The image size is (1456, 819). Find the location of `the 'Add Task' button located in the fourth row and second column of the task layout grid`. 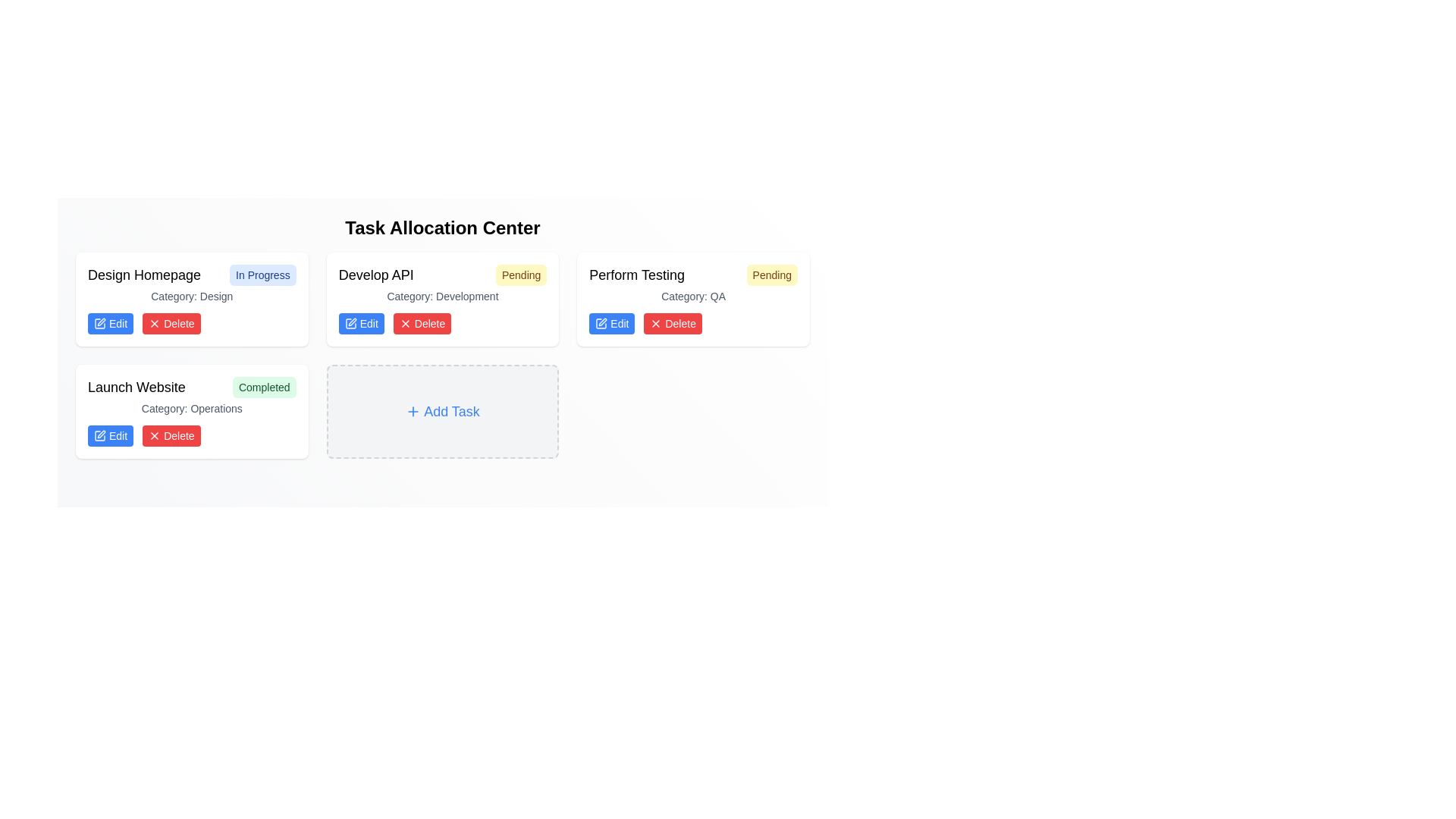

the 'Add Task' button located in the fourth row and second column of the task layout grid is located at coordinates (442, 412).